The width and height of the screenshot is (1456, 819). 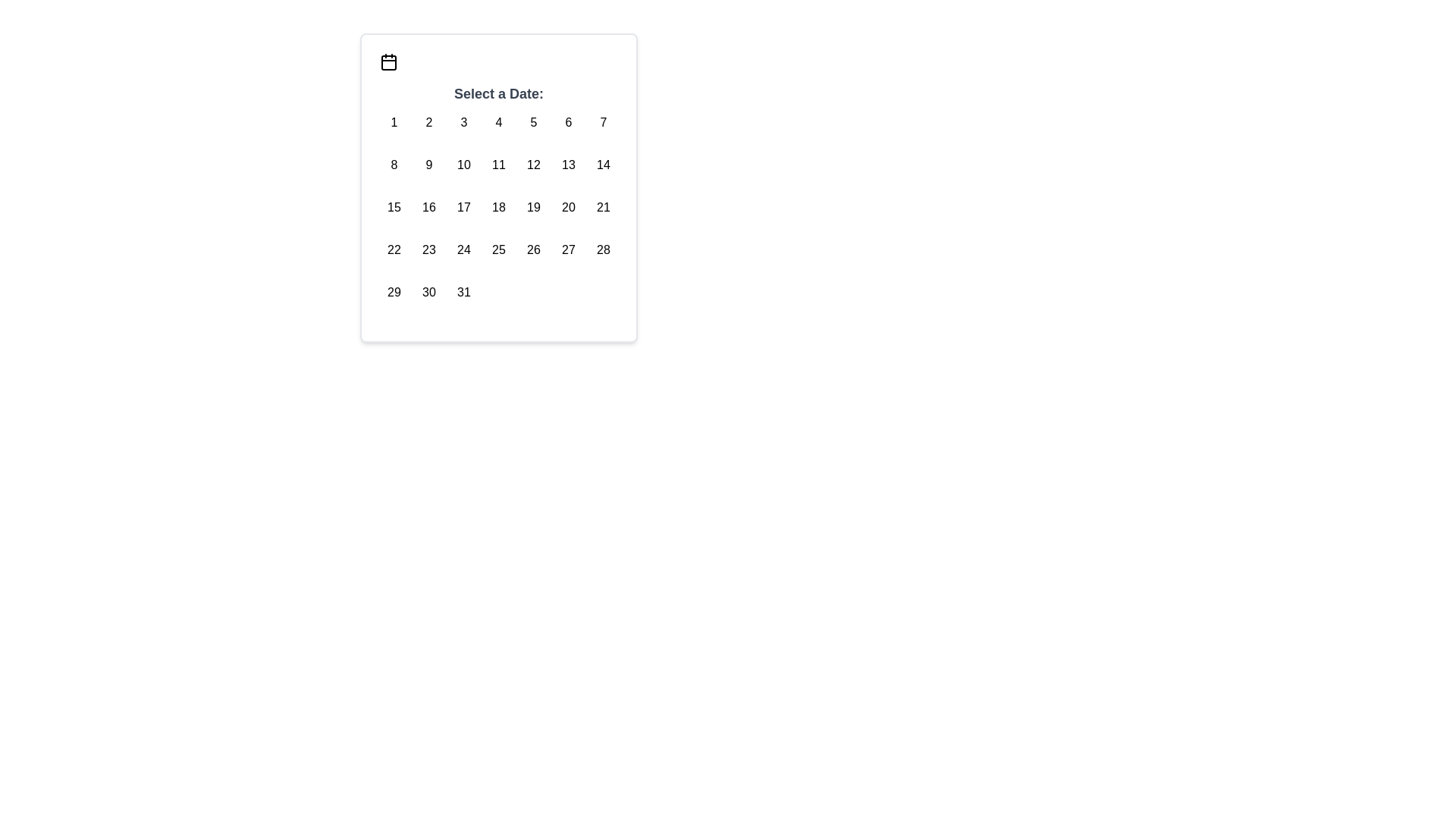 I want to click on the number in the calendar grid, so click(x=498, y=202).